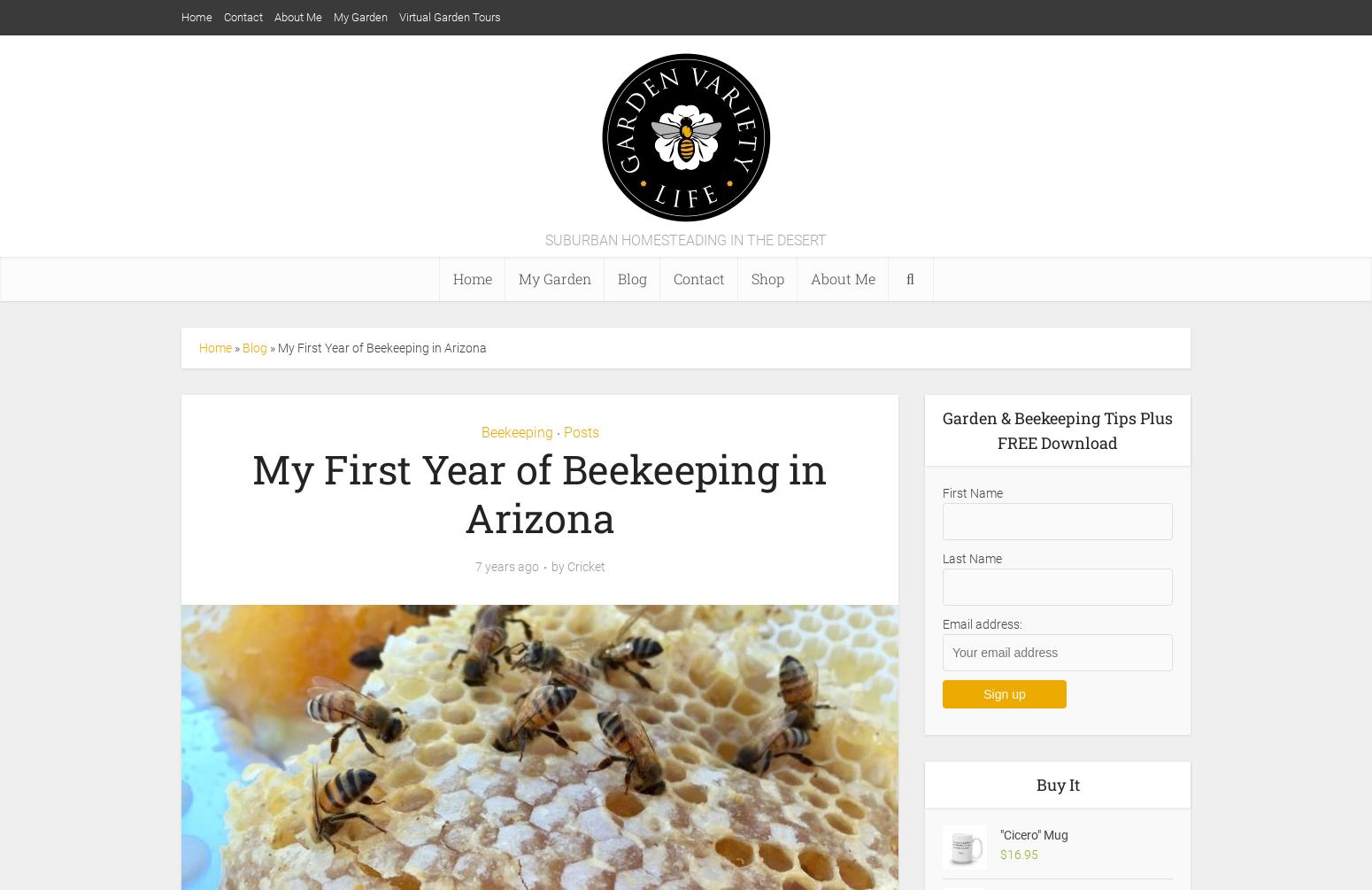 This screenshot has height=890, width=1372. I want to click on 'Buy It', so click(1035, 784).